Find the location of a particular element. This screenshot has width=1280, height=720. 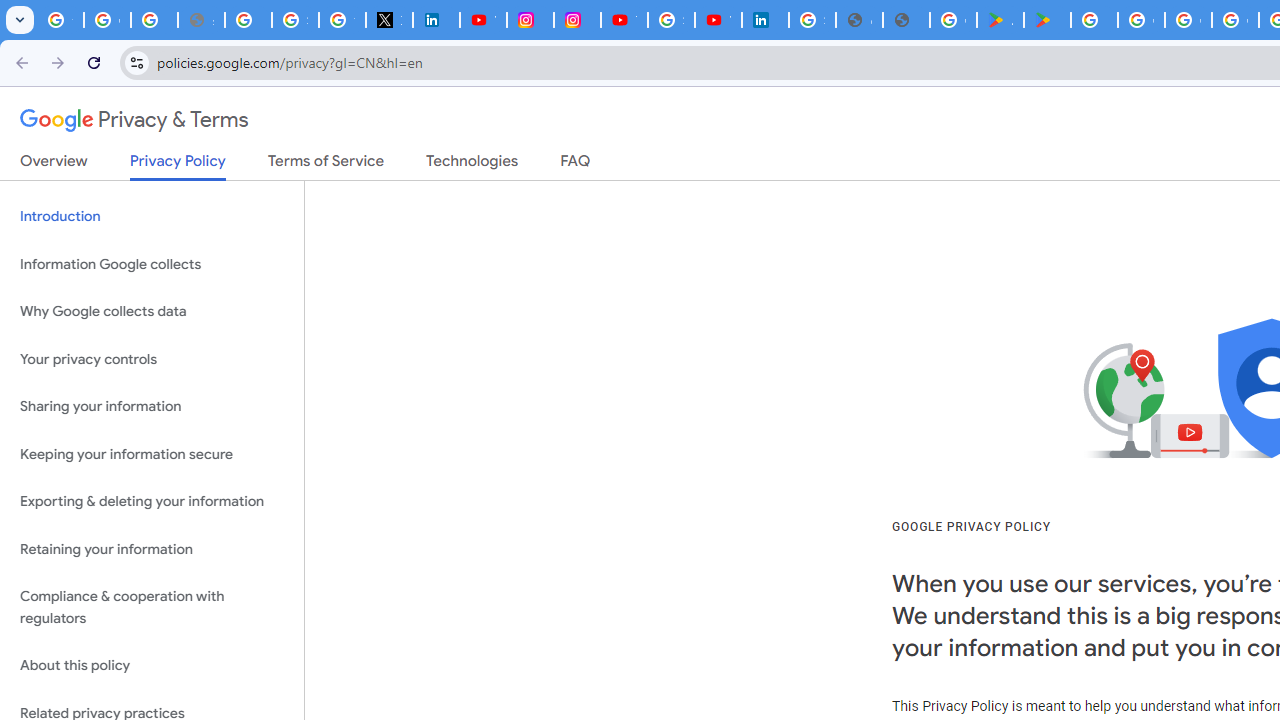

'PAW Patrol Rescue World - Apps on Google Play' is located at coordinates (1046, 20).